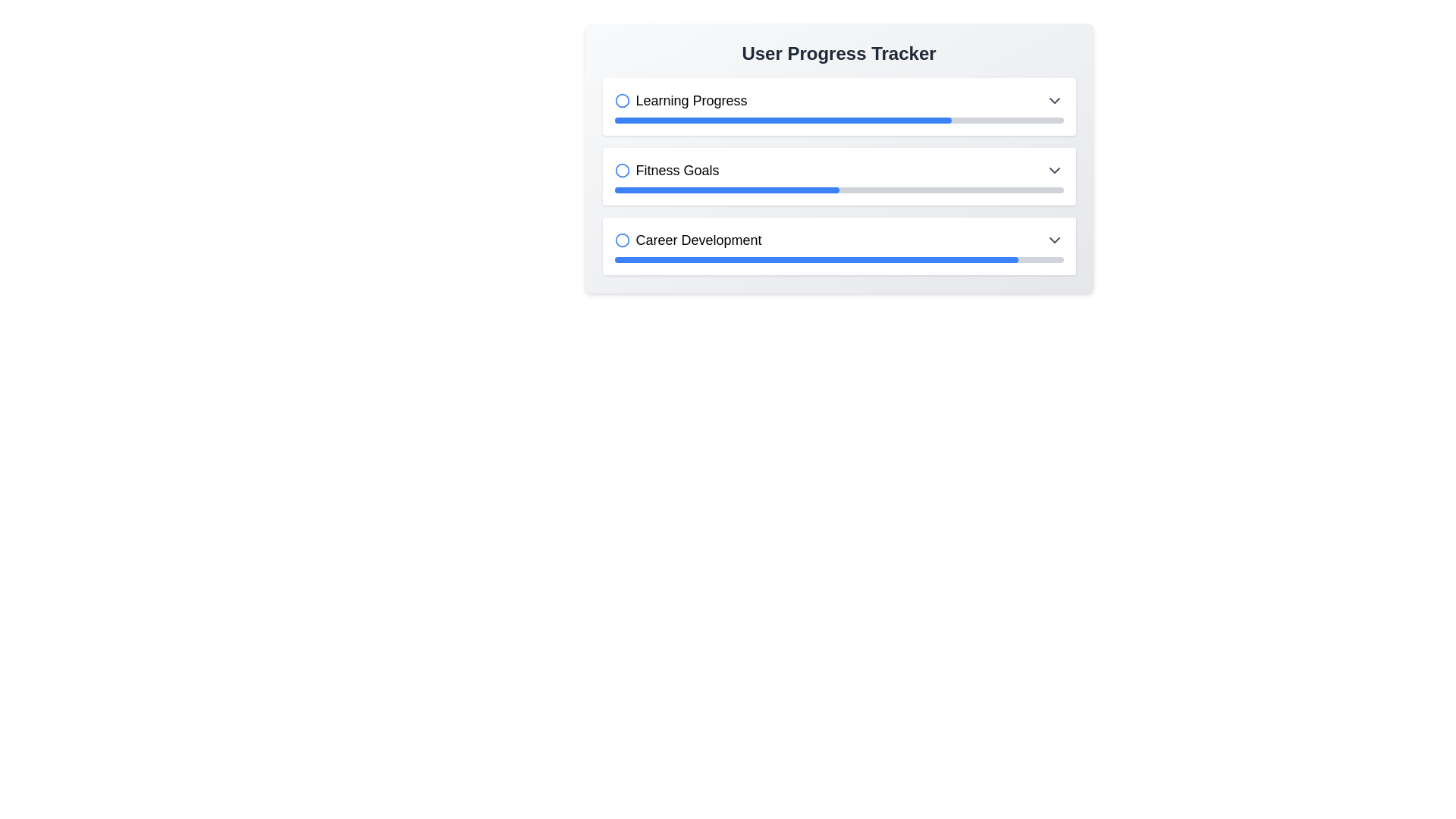 This screenshot has width=1456, height=819. Describe the element at coordinates (622, 170) in the screenshot. I see `the circular SVG icon with a blue stroke located to the left of the 'Fitness Goals' progress bar` at that location.